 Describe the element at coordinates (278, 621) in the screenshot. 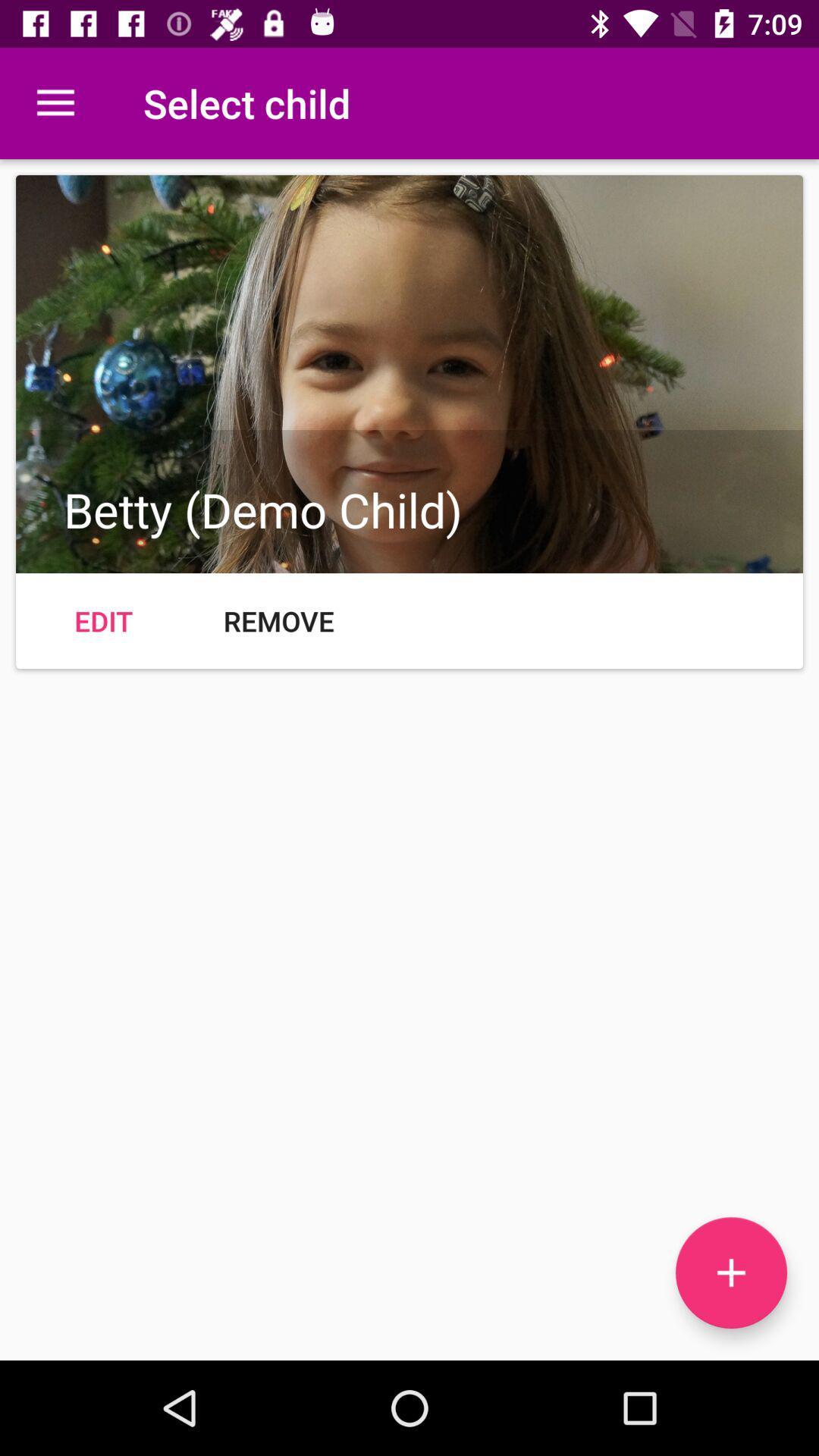

I see `icon at the center` at that location.